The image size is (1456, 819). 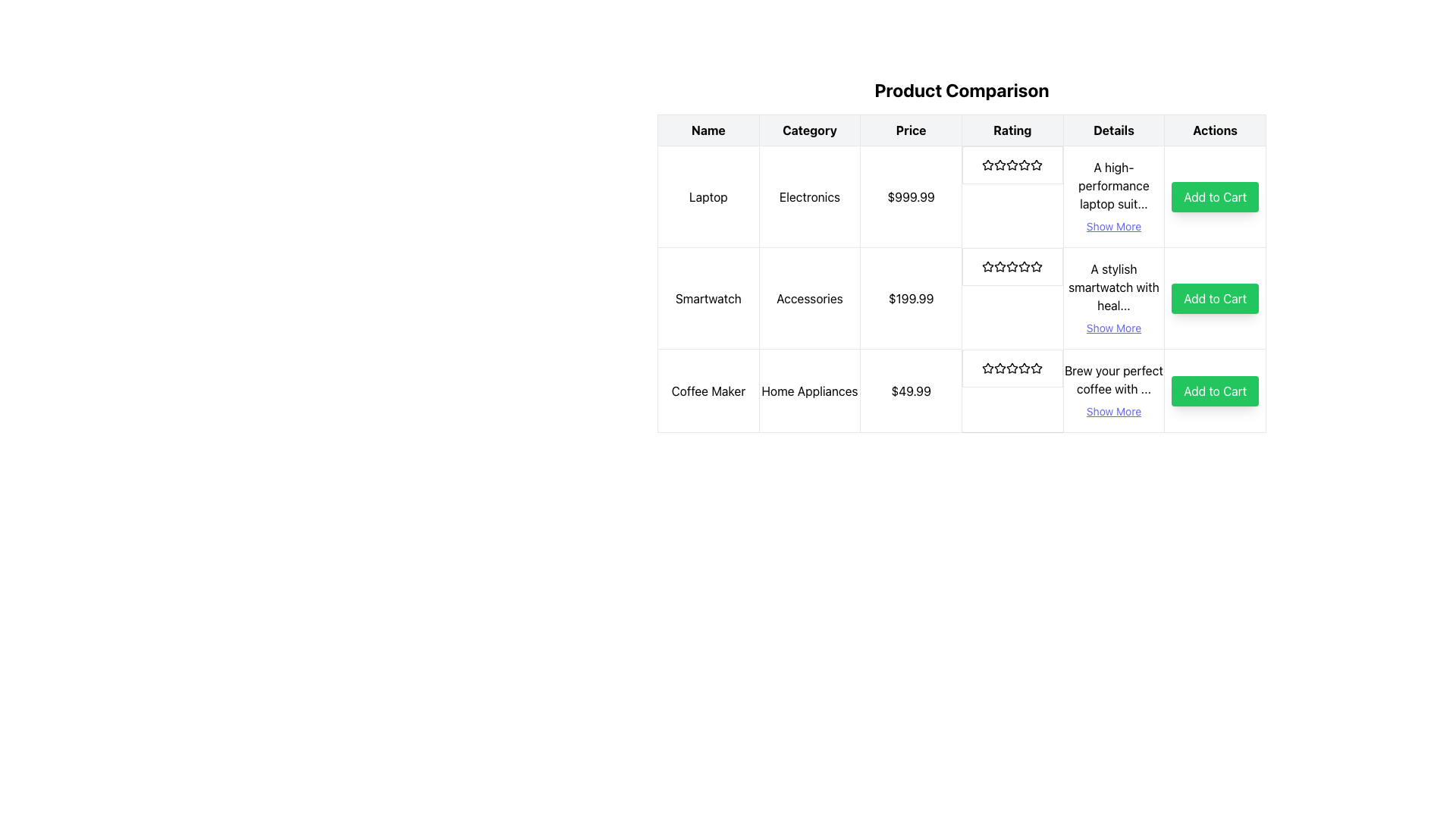 What do you see at coordinates (988, 368) in the screenshot?
I see `the star-shaped icon with a black outline located in the third row of the product comparison table under the 'Rating' column for the 'Coffee Maker' product` at bounding box center [988, 368].